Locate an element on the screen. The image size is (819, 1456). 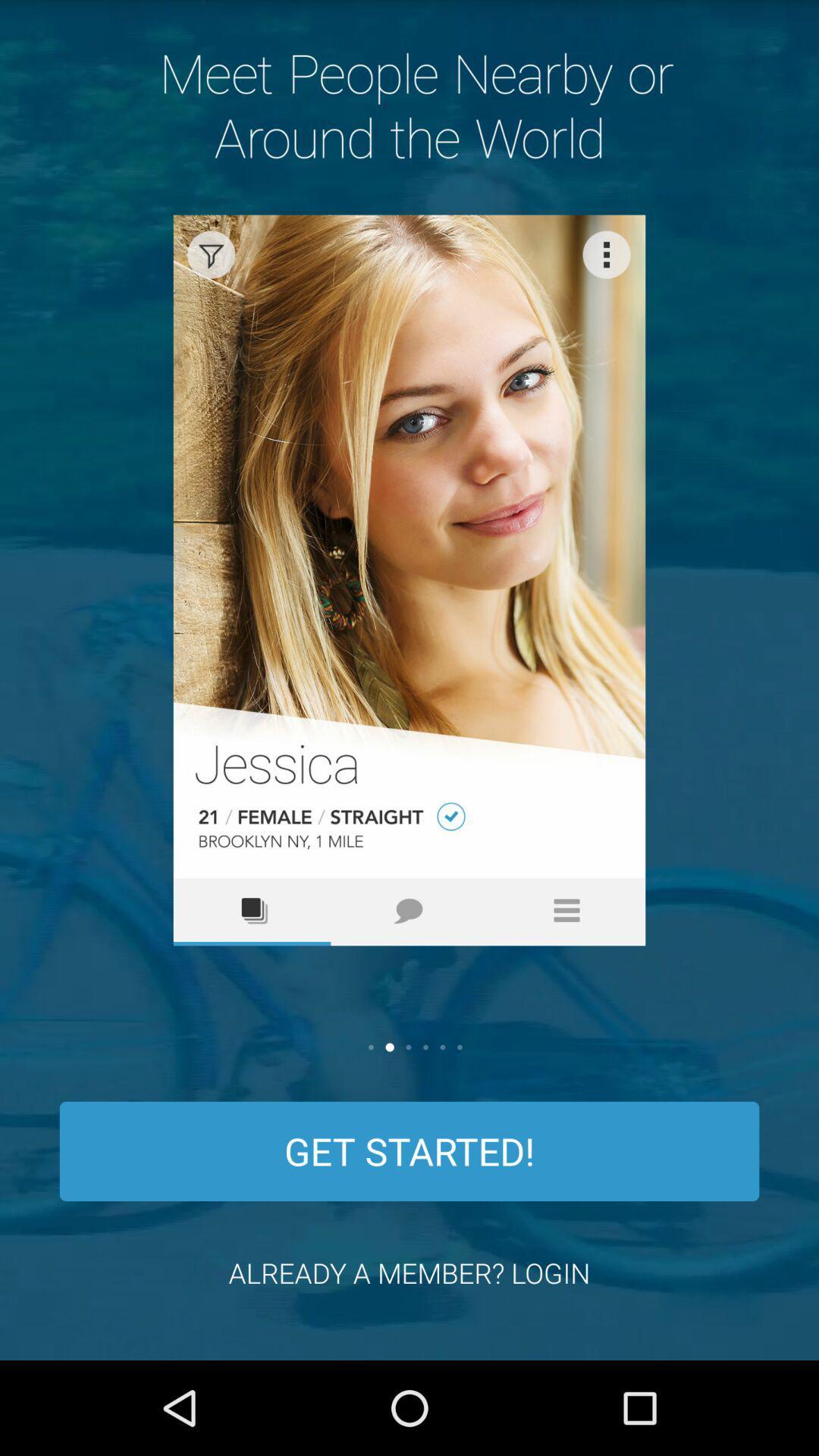
already a member icon is located at coordinates (409, 1272).